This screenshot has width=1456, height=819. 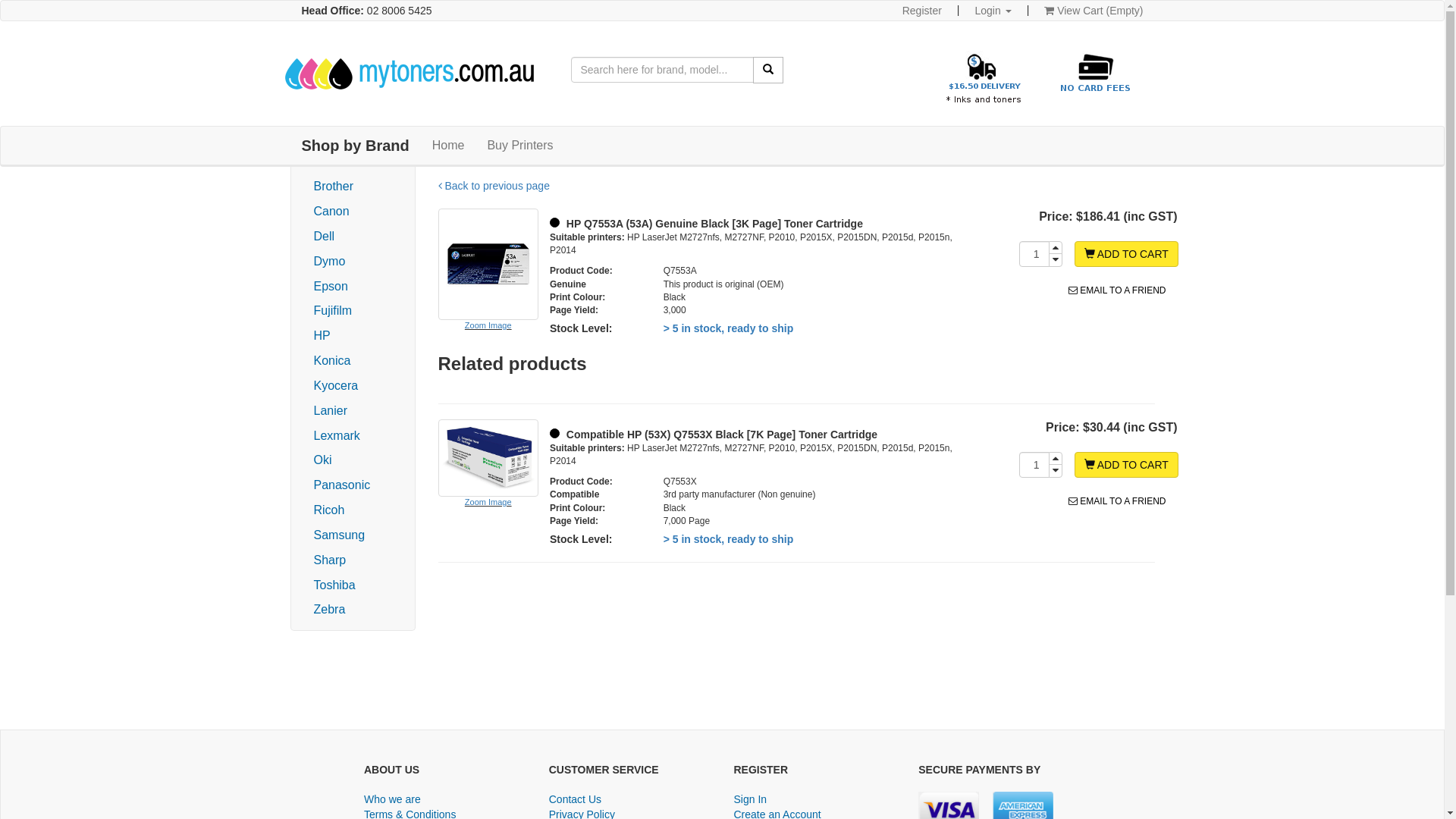 I want to click on 'ADD TO CART', so click(x=1126, y=253).